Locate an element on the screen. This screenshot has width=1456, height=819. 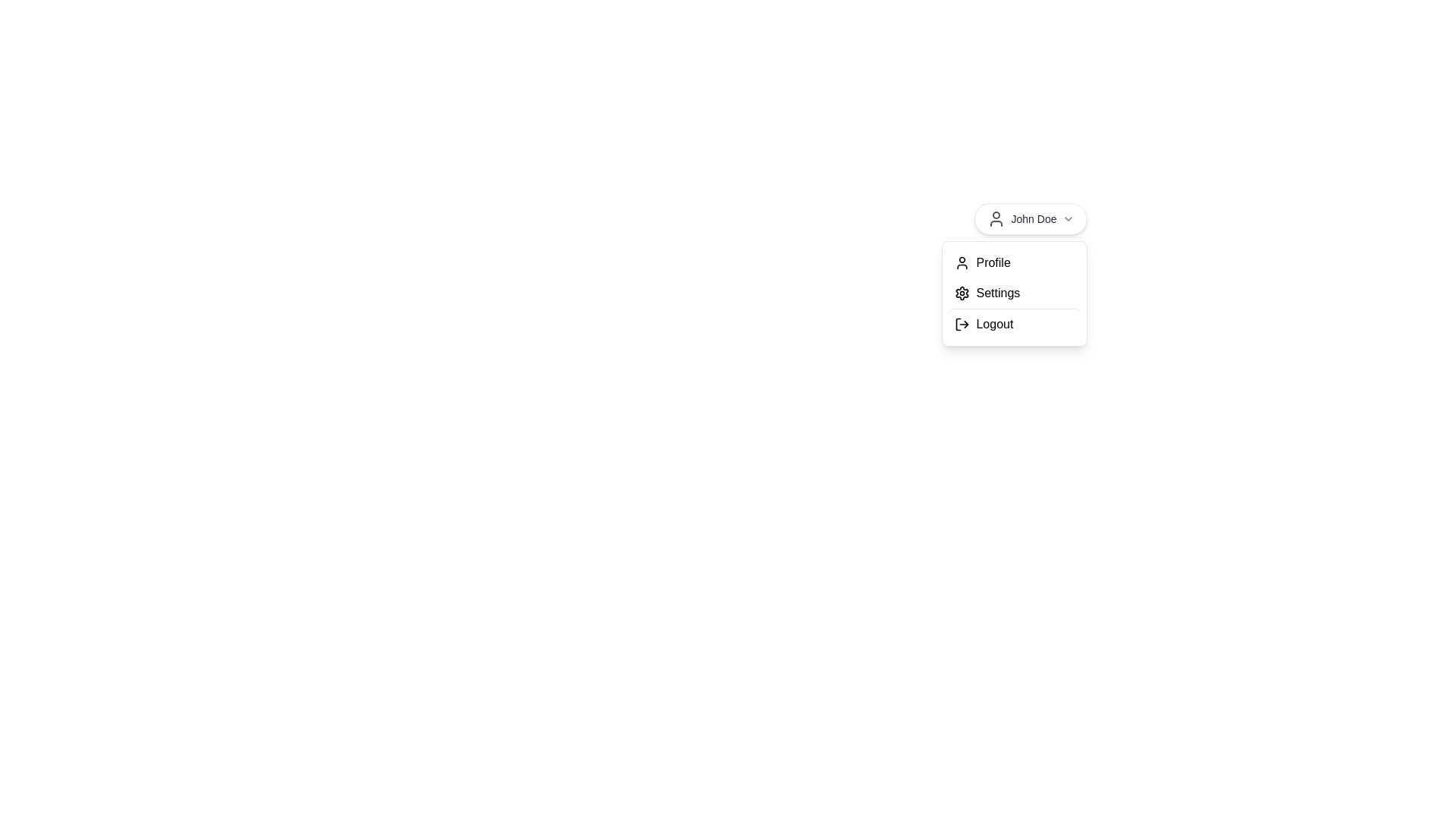
the downward-facing chevron icon indicating a dropdown next to 'John Doe' for the context menu is located at coordinates (1068, 219).